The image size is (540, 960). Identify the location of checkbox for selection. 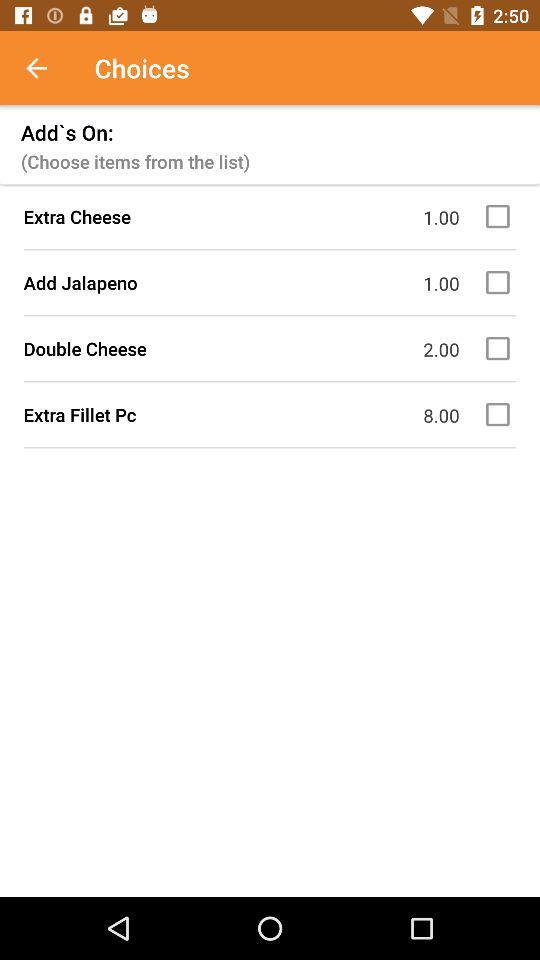
(500, 216).